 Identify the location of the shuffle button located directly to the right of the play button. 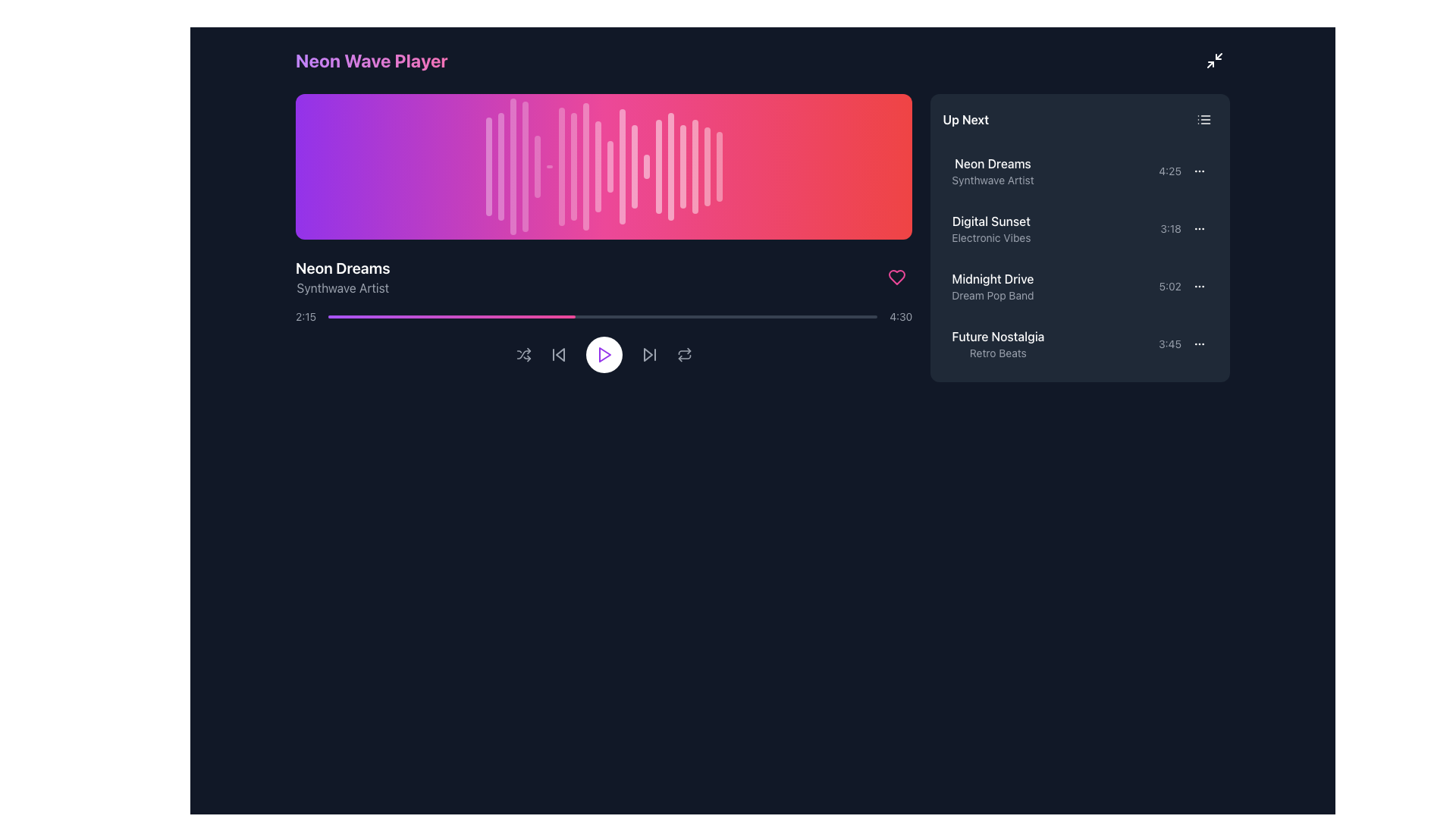
(523, 354).